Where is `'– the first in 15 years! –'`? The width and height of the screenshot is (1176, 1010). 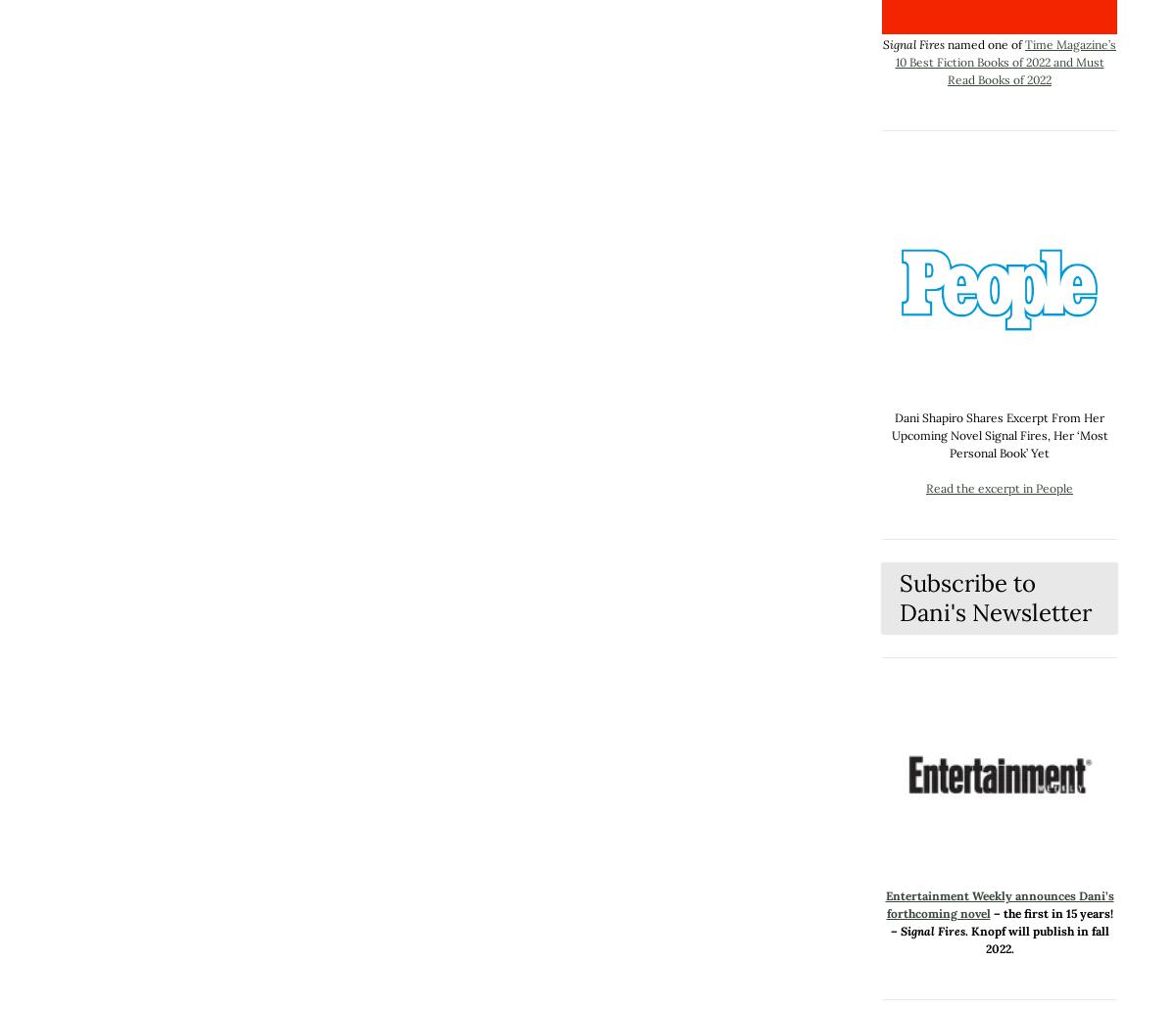
'– the first in 15 years! –' is located at coordinates (1001, 921).